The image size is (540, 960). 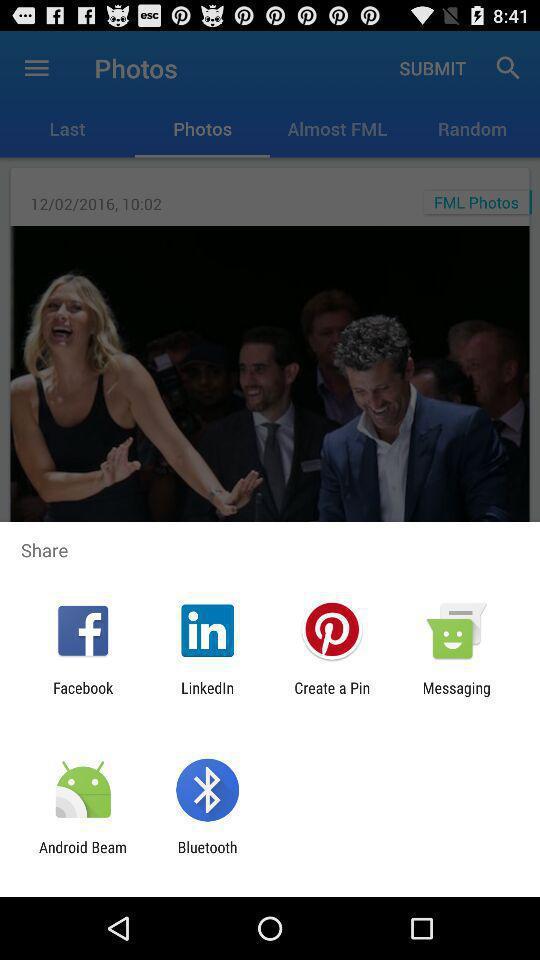 What do you see at coordinates (456, 696) in the screenshot?
I see `the icon next to create a pin` at bounding box center [456, 696].